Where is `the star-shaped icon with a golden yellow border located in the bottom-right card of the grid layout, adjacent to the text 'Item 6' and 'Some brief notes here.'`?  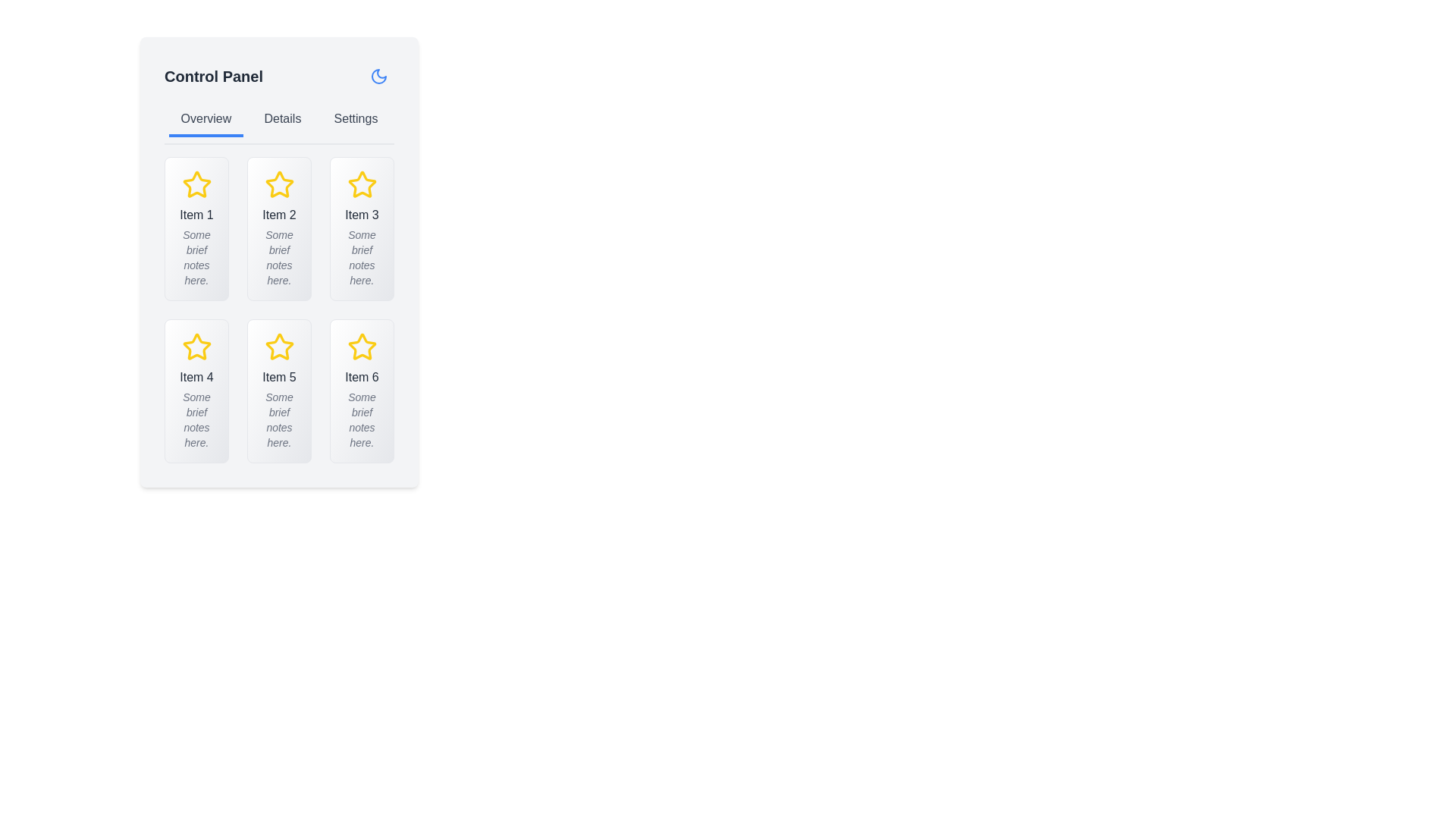 the star-shaped icon with a golden yellow border located in the bottom-right card of the grid layout, adjacent to the text 'Item 6' and 'Some brief notes here.' is located at coordinates (361, 347).